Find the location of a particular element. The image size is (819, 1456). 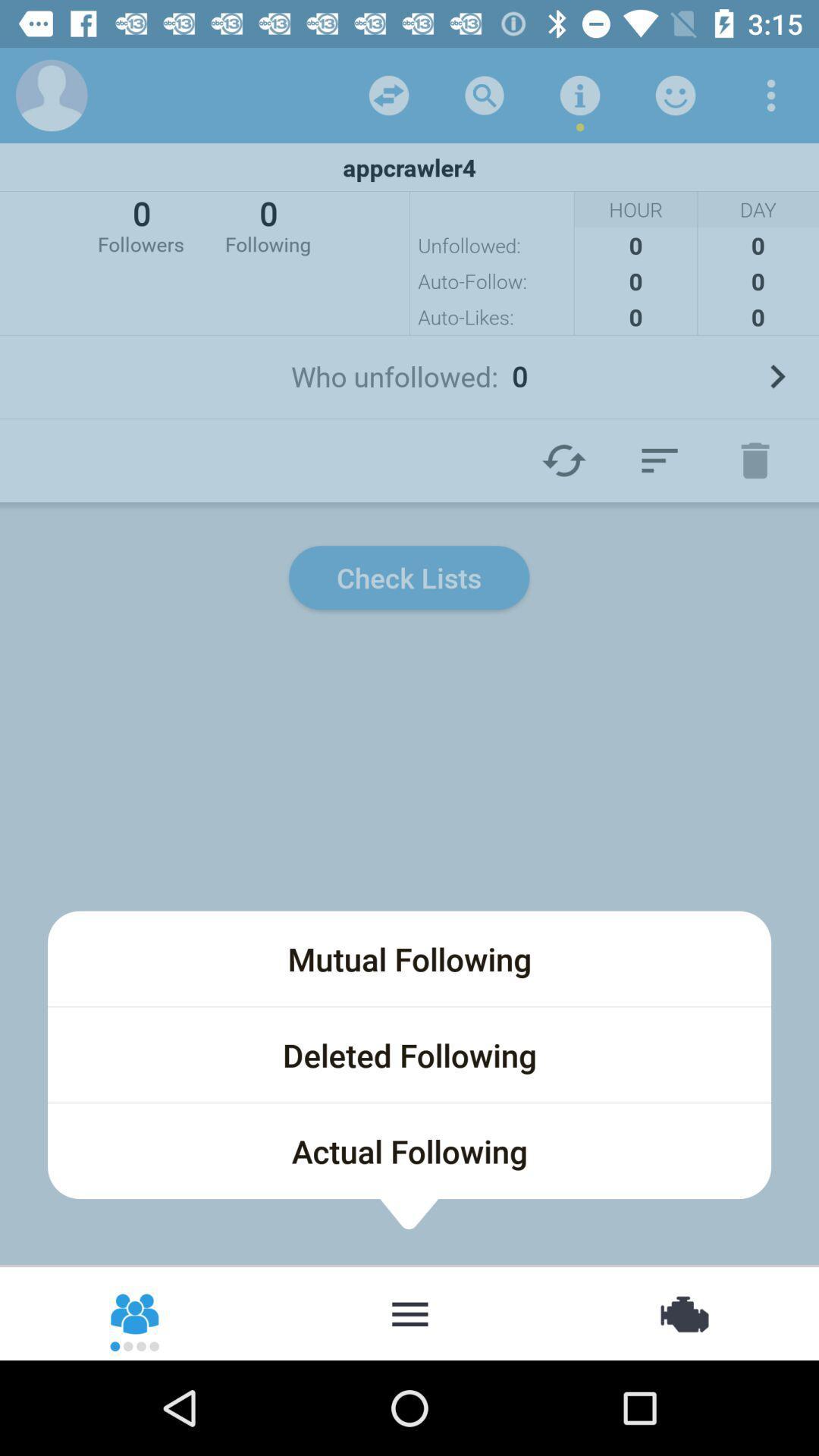

instructions is located at coordinates (579, 94).